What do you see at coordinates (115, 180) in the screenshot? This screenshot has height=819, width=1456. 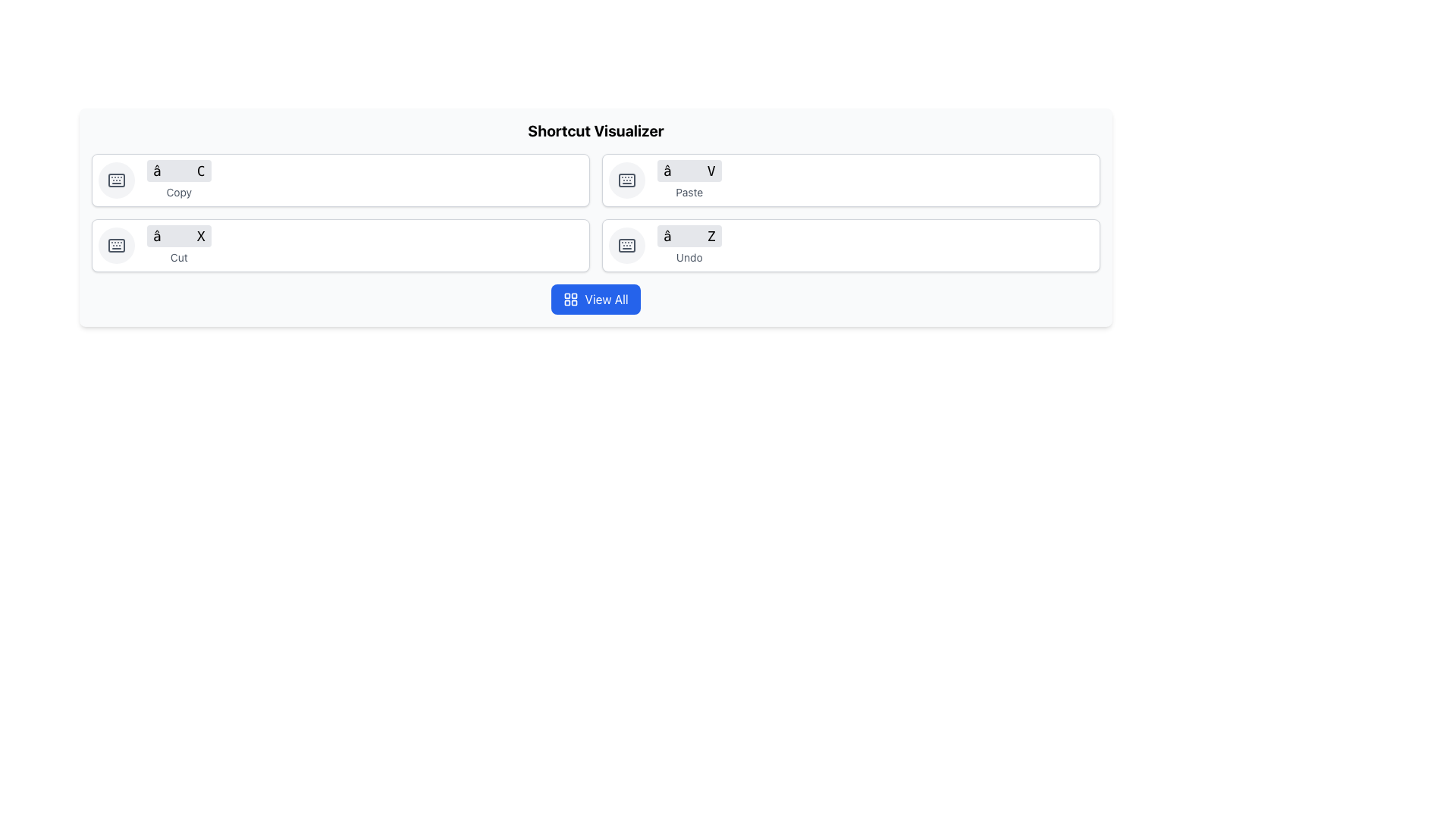 I see `the representation of the vector graphic component that symbolizes the space bar within the keyboard icon, located near the middle-lower part of the icon` at bounding box center [115, 180].